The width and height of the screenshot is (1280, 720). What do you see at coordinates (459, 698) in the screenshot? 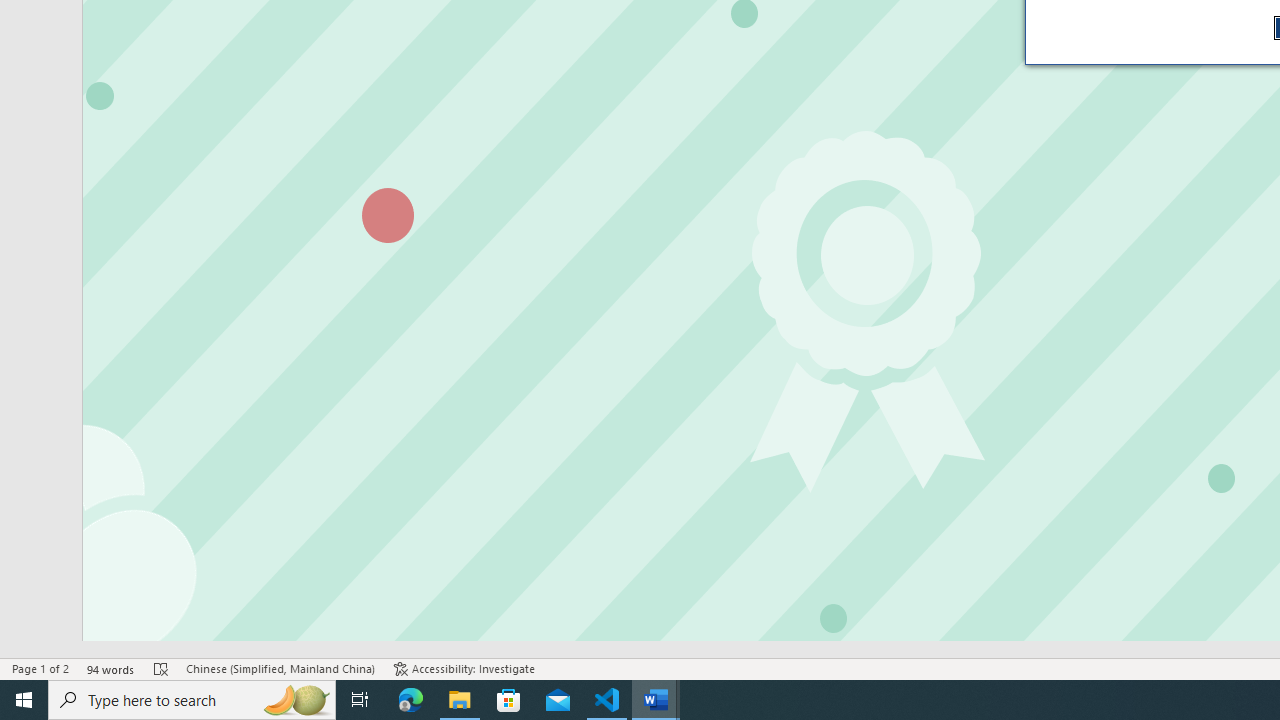
I see `'File Explorer - 1 running window'` at bounding box center [459, 698].